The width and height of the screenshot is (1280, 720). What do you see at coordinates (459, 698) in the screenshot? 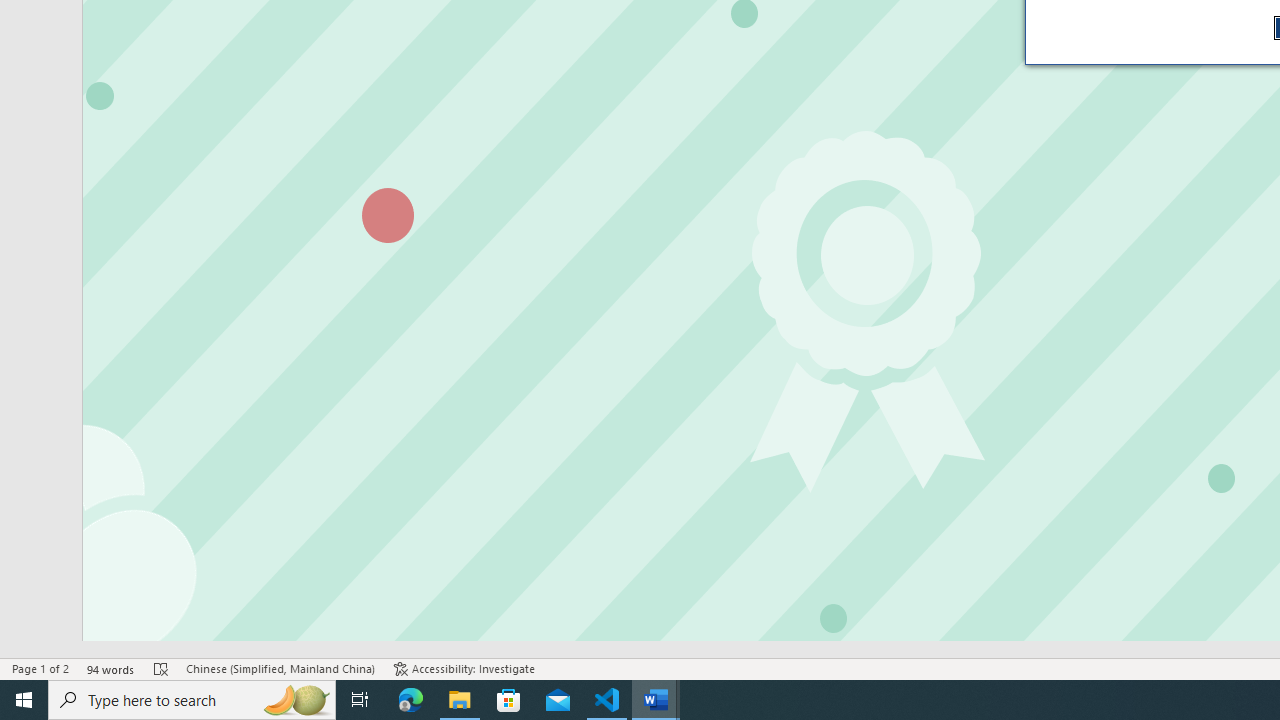
I see `'File Explorer - 1 running window'` at bounding box center [459, 698].